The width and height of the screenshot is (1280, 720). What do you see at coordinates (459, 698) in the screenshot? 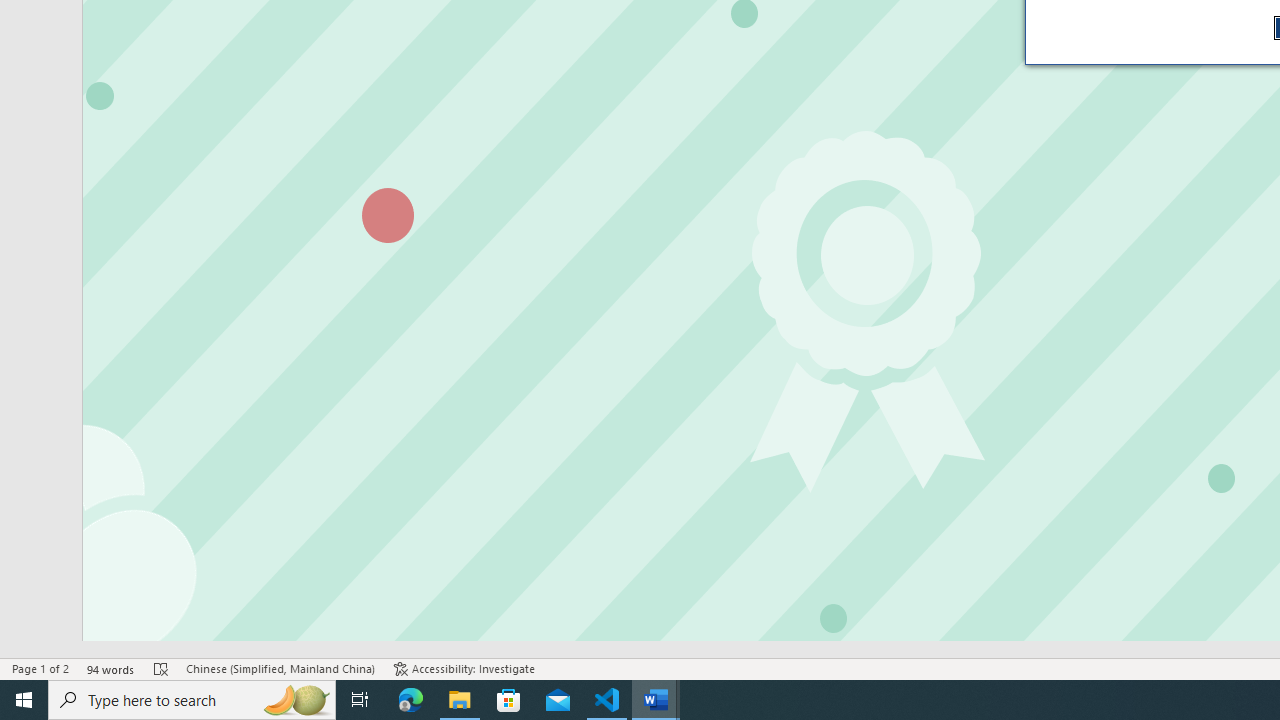
I see `'File Explorer - 1 running window'` at bounding box center [459, 698].